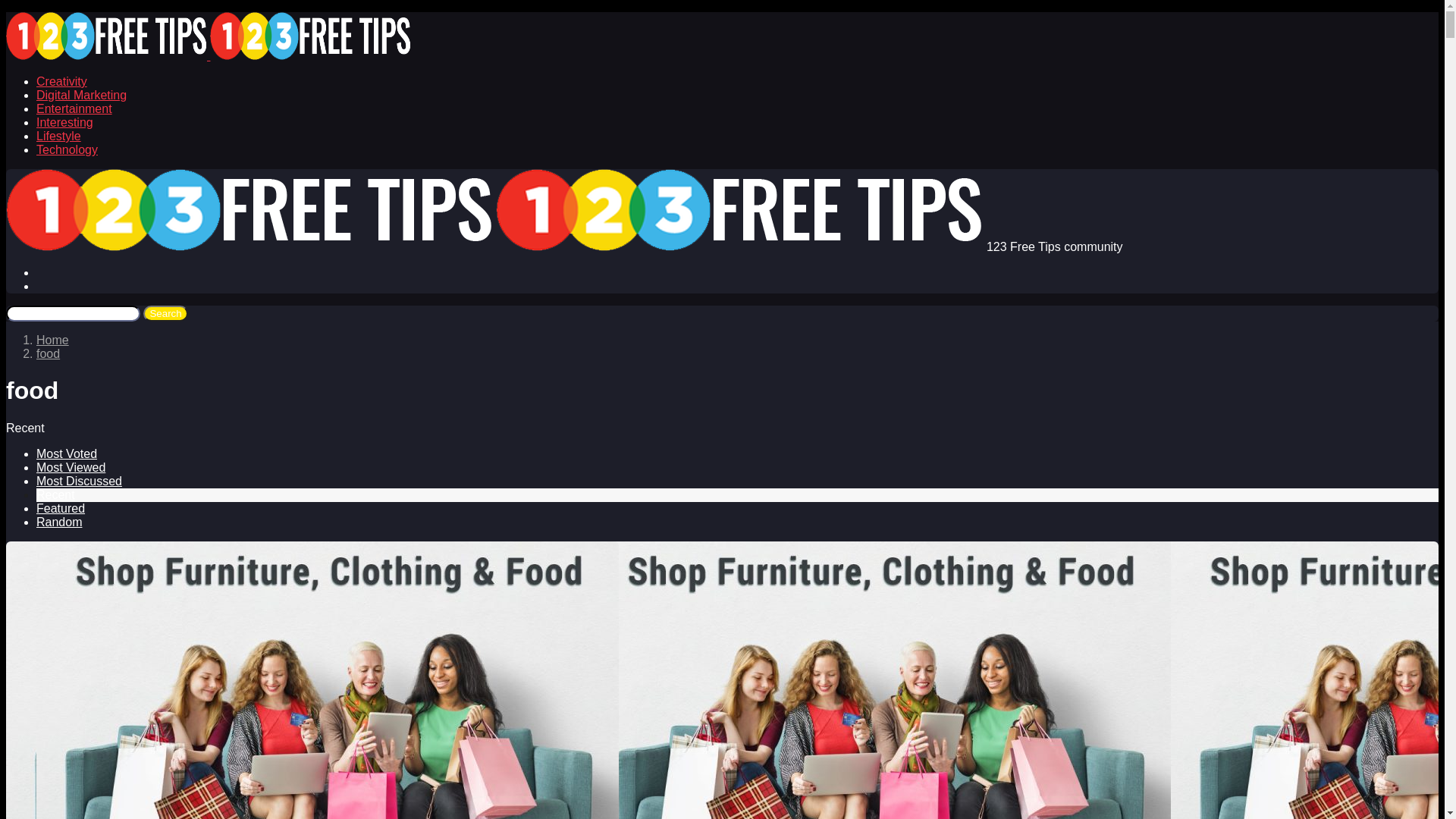  I want to click on 'Random', so click(58, 521).